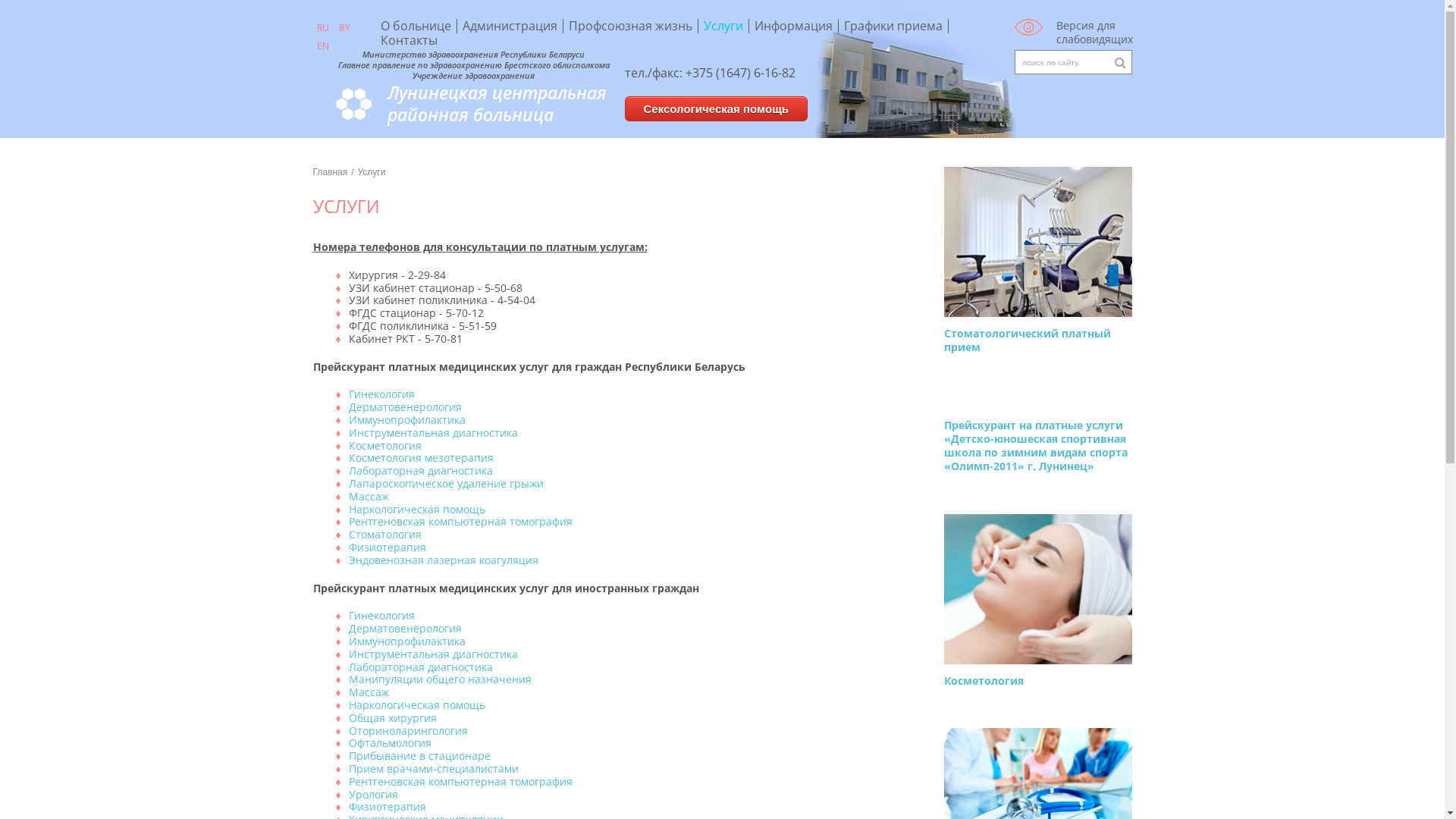 Image resolution: width=1456 pixels, height=819 pixels. I want to click on 'EN', so click(322, 45).